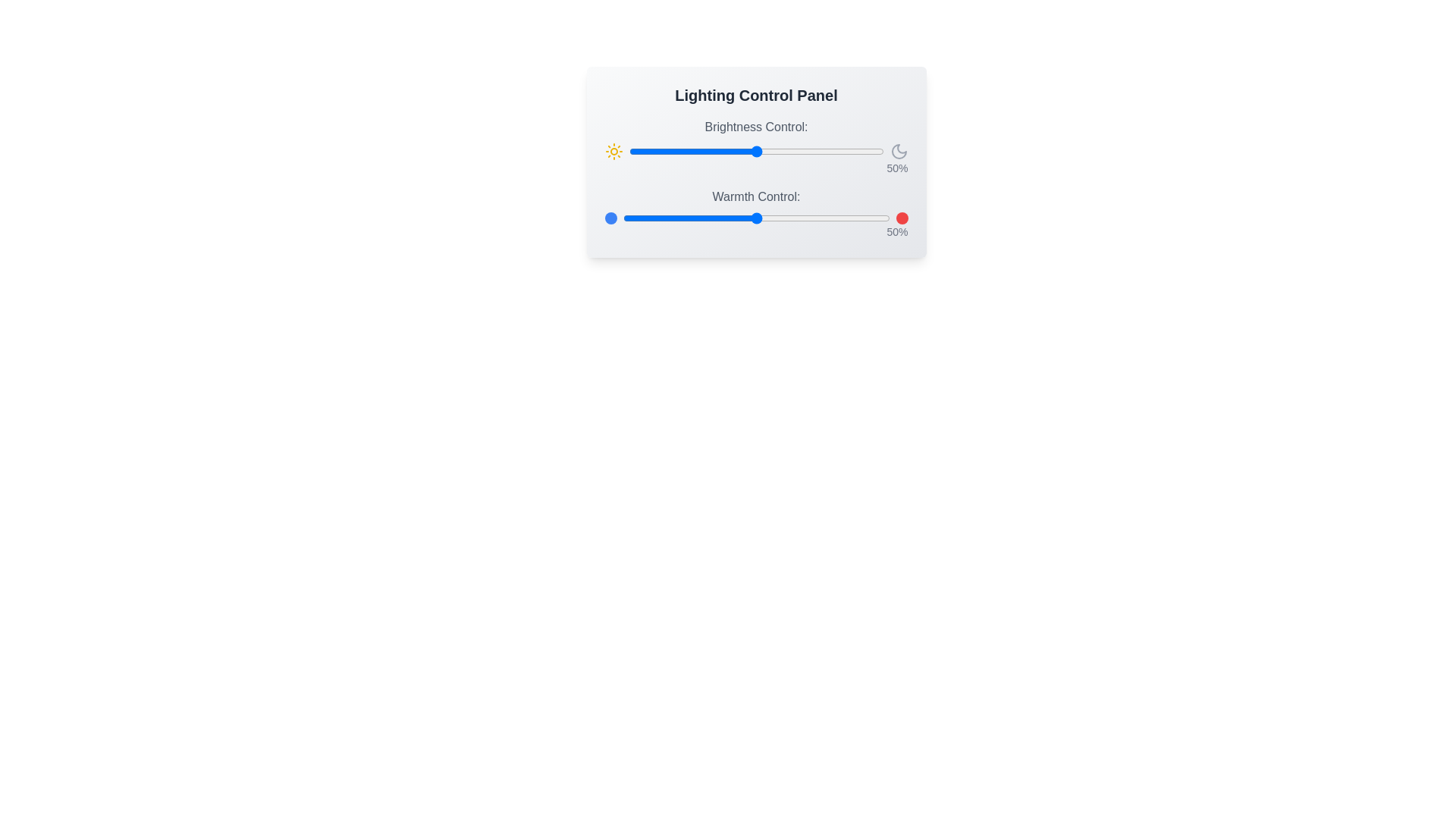  Describe the element at coordinates (756, 218) in the screenshot. I see `the thumb of the warmth setting slider located under the 'Warmth Control' label, which is currently set at 50%` at that location.